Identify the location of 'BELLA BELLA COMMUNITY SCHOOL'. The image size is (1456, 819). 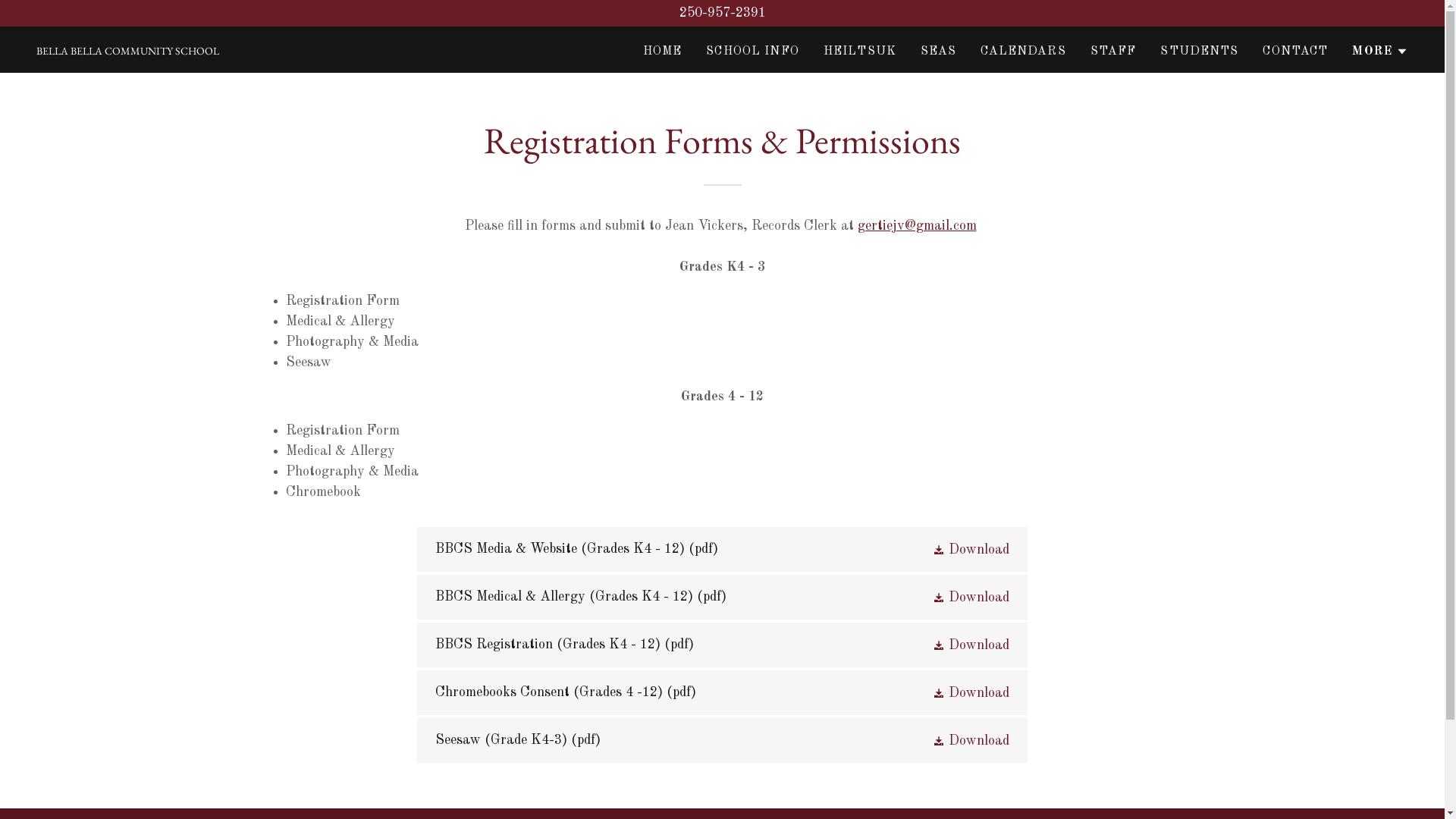
(127, 49).